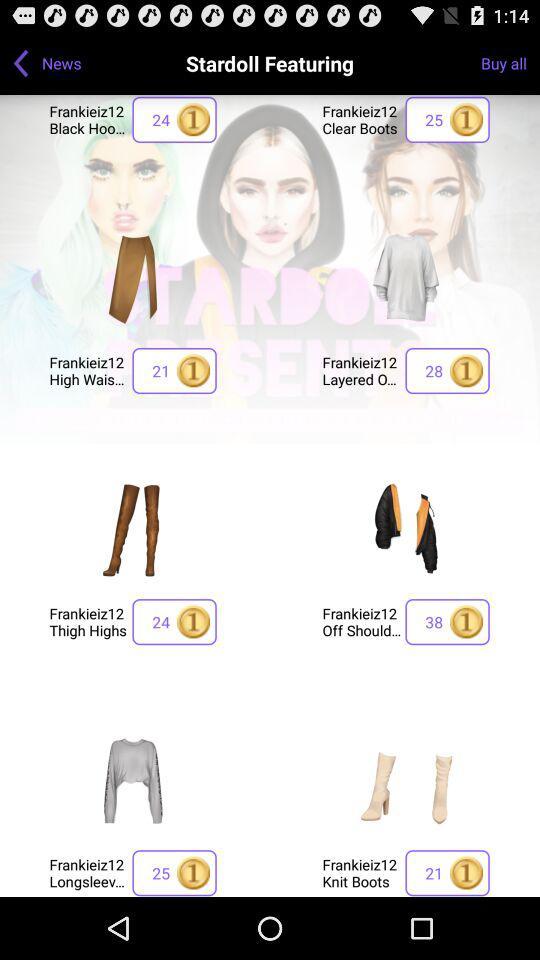  I want to click on dress, so click(133, 779).